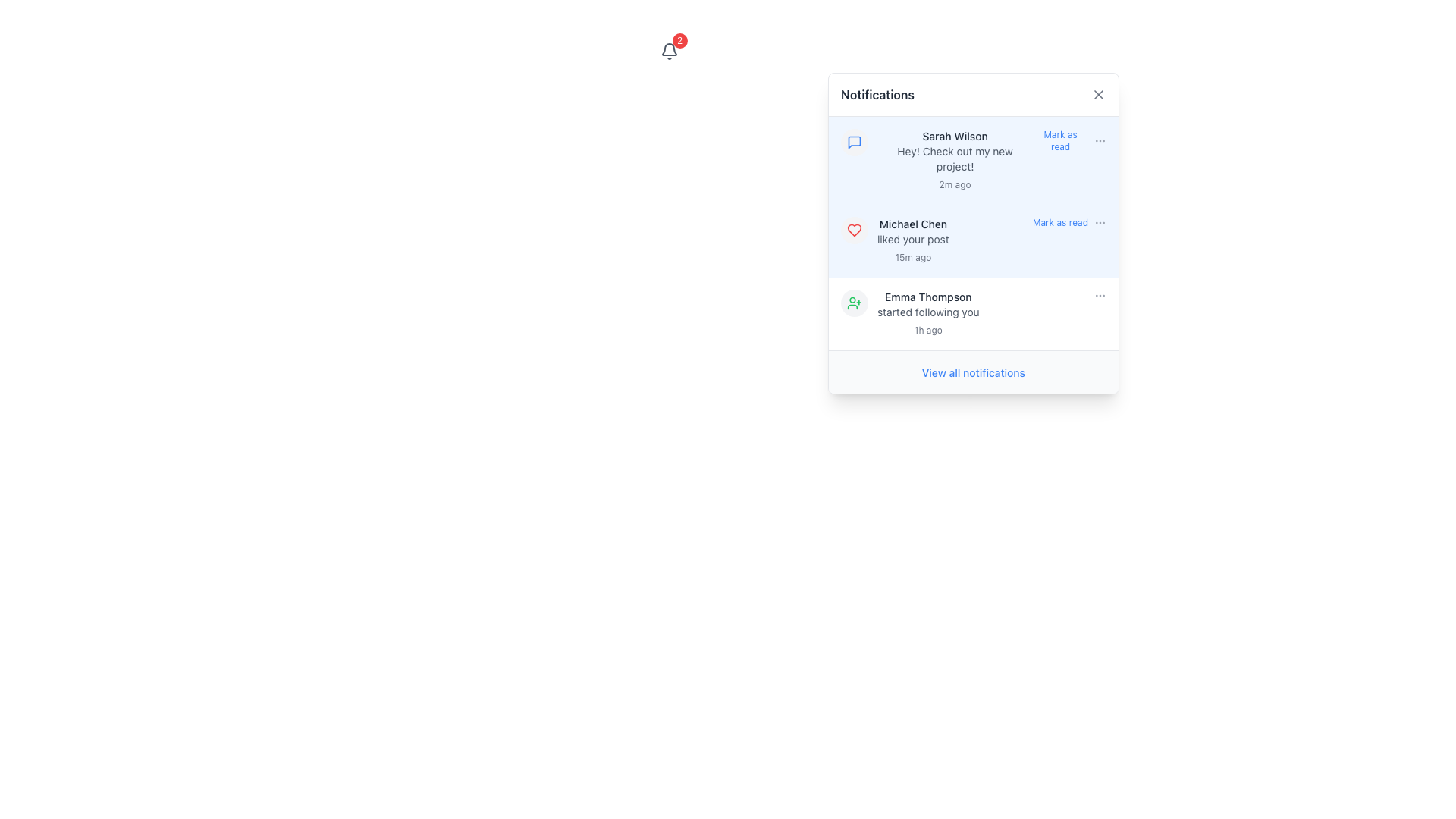 The height and width of the screenshot is (819, 1456). I want to click on the first notification entry in the notifications dropdown panel, so click(992, 161).